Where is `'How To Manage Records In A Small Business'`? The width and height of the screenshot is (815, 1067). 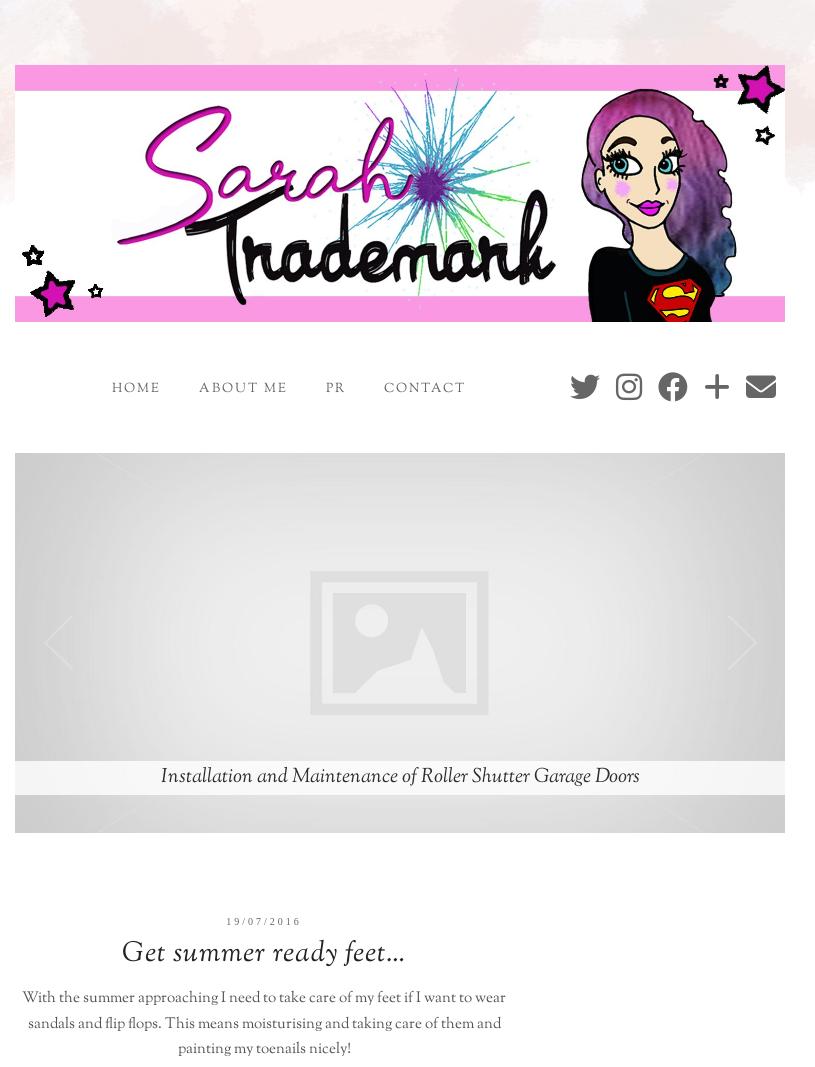
'How To Manage Records In A Small Business' is located at coordinates (399, 775).